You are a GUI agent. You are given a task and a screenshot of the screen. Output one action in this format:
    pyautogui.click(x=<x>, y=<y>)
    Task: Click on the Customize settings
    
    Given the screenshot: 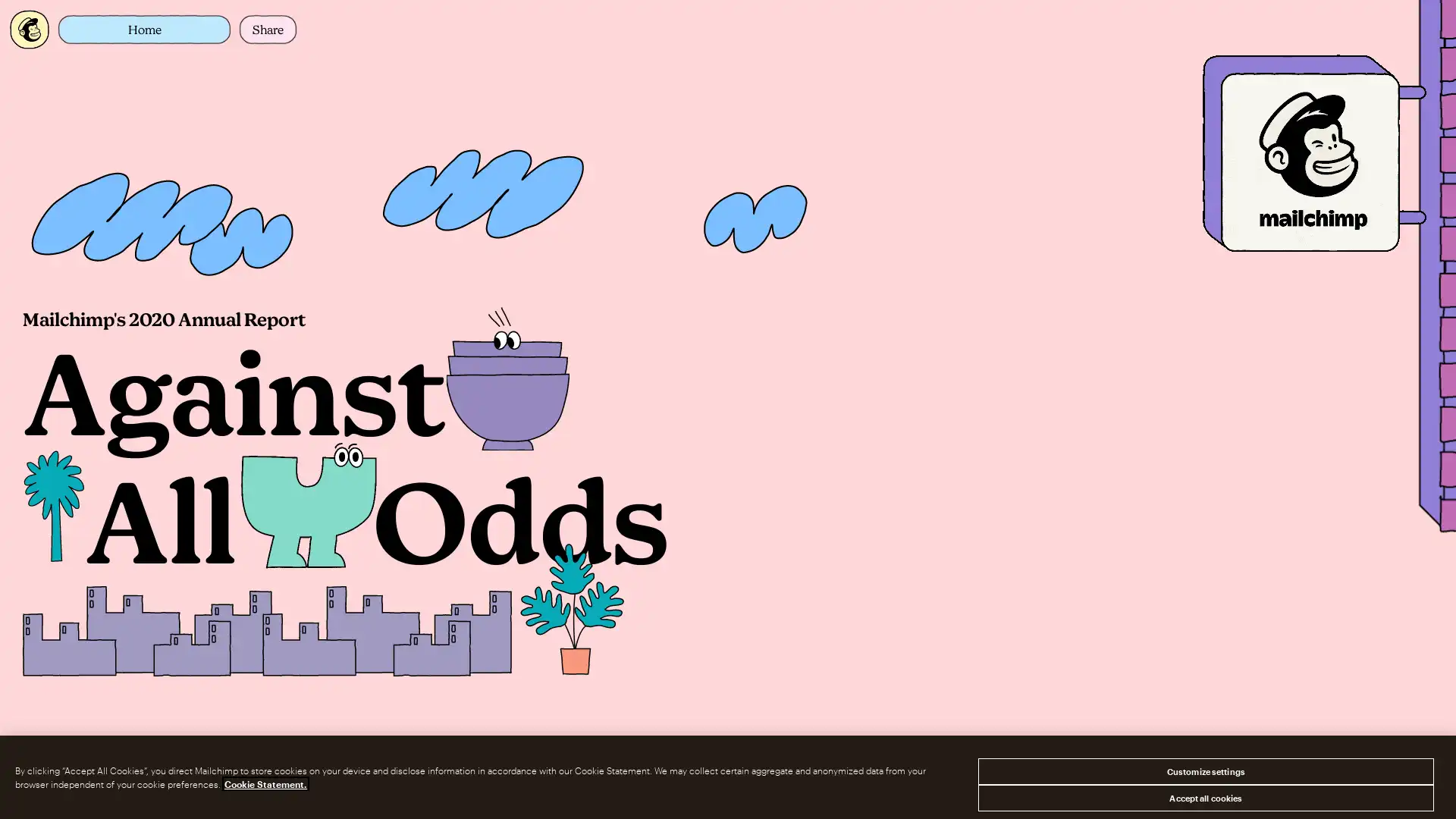 What is the action you would take?
    pyautogui.click(x=1204, y=771)
    